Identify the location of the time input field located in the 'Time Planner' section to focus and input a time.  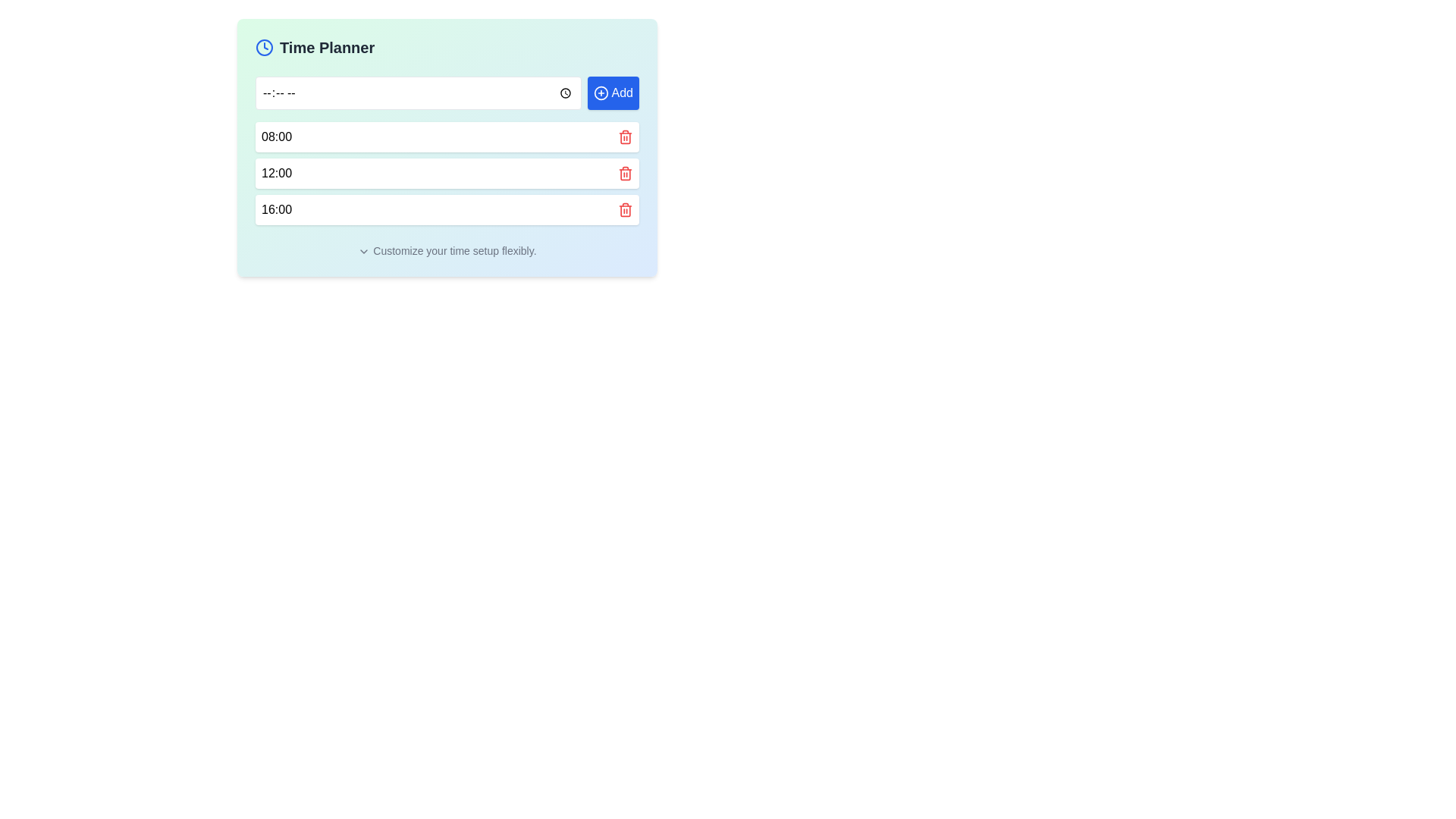
(418, 93).